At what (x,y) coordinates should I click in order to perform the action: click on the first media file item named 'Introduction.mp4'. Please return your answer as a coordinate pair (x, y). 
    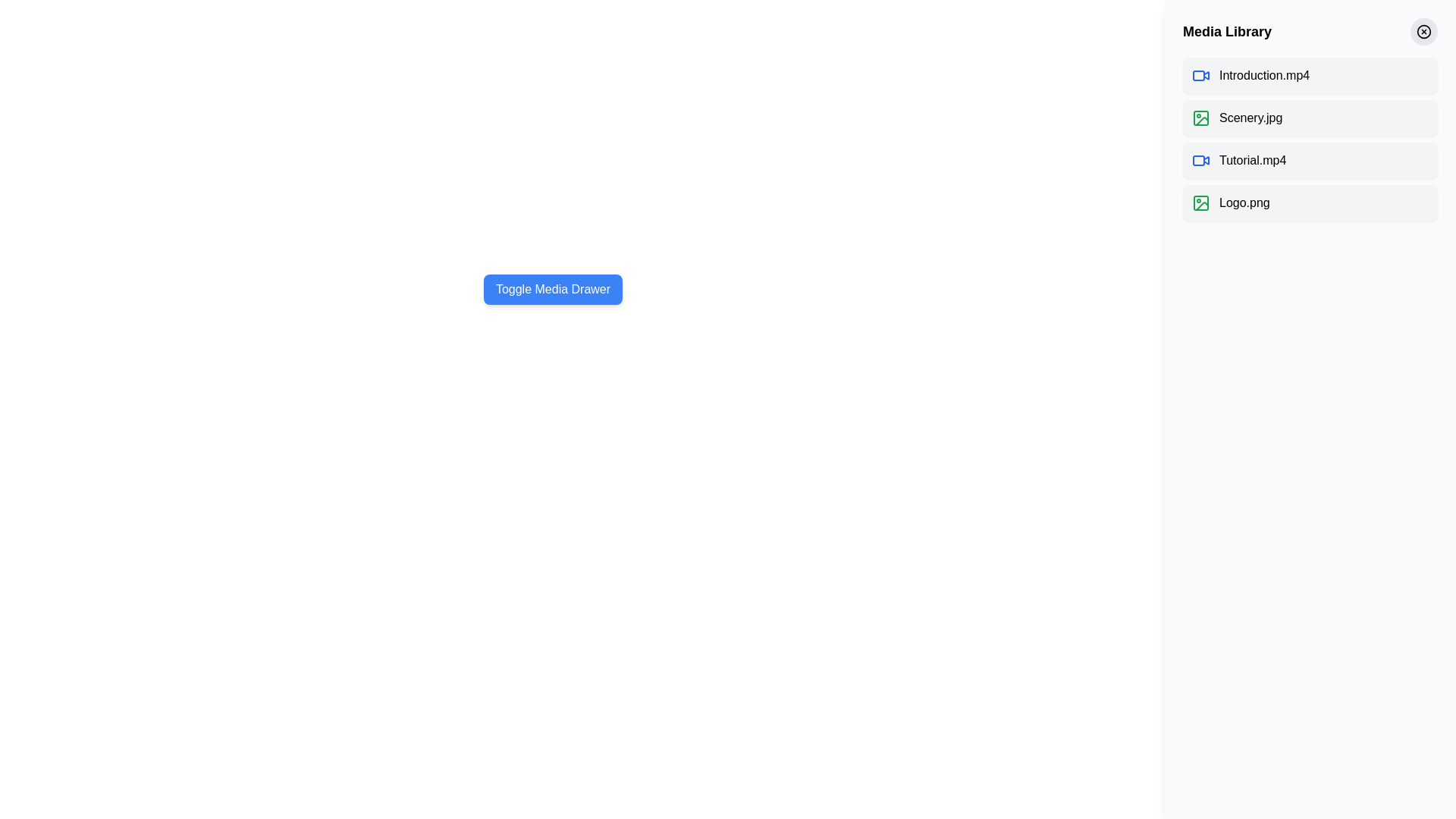
    Looking at the image, I should click on (1310, 76).